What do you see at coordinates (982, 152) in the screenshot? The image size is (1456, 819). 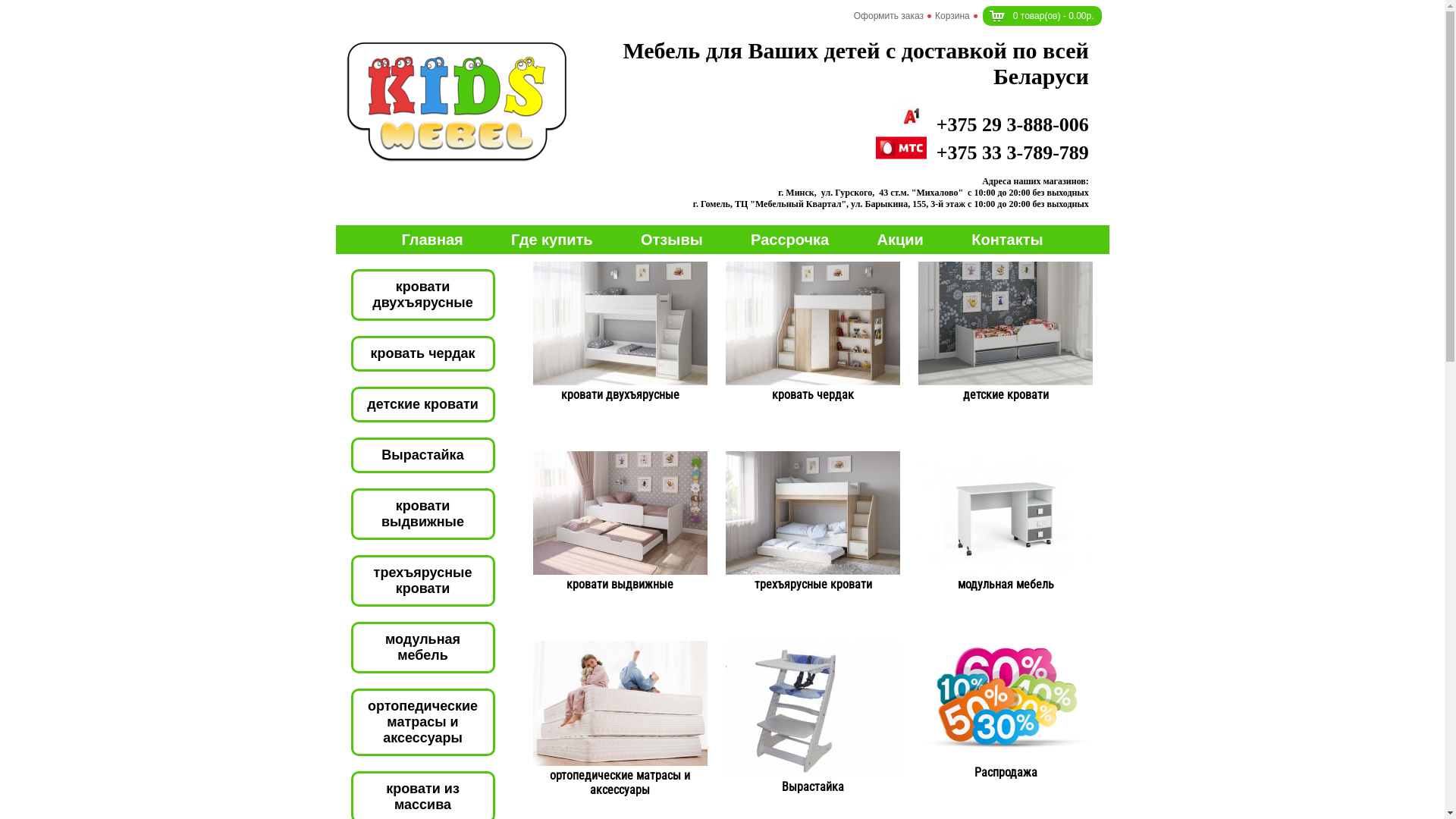 I see `'  +375 33 3-789-789'` at bounding box center [982, 152].